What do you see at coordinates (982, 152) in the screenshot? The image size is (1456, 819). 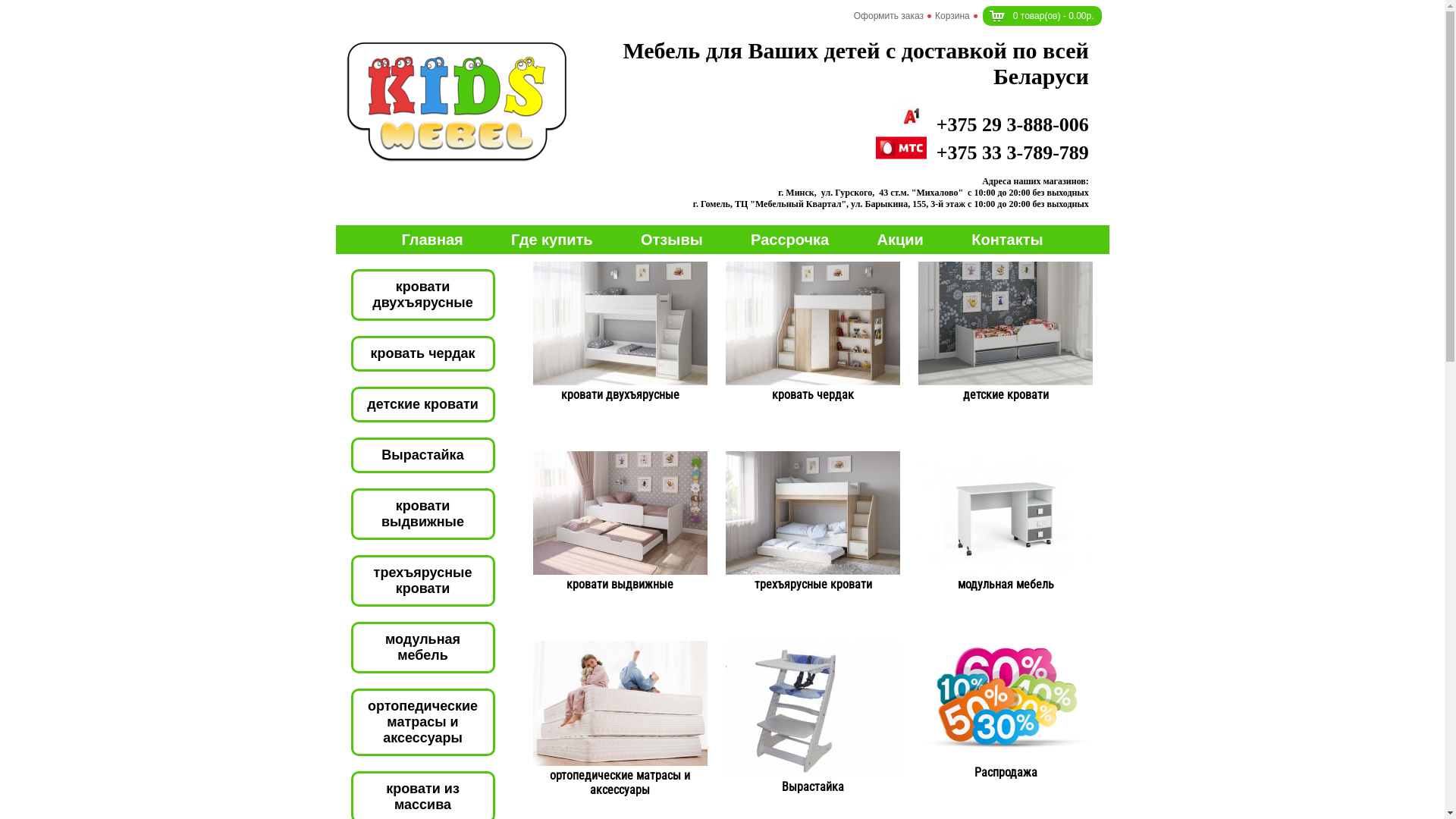 I see `'  +375 33 3-789-789'` at bounding box center [982, 152].